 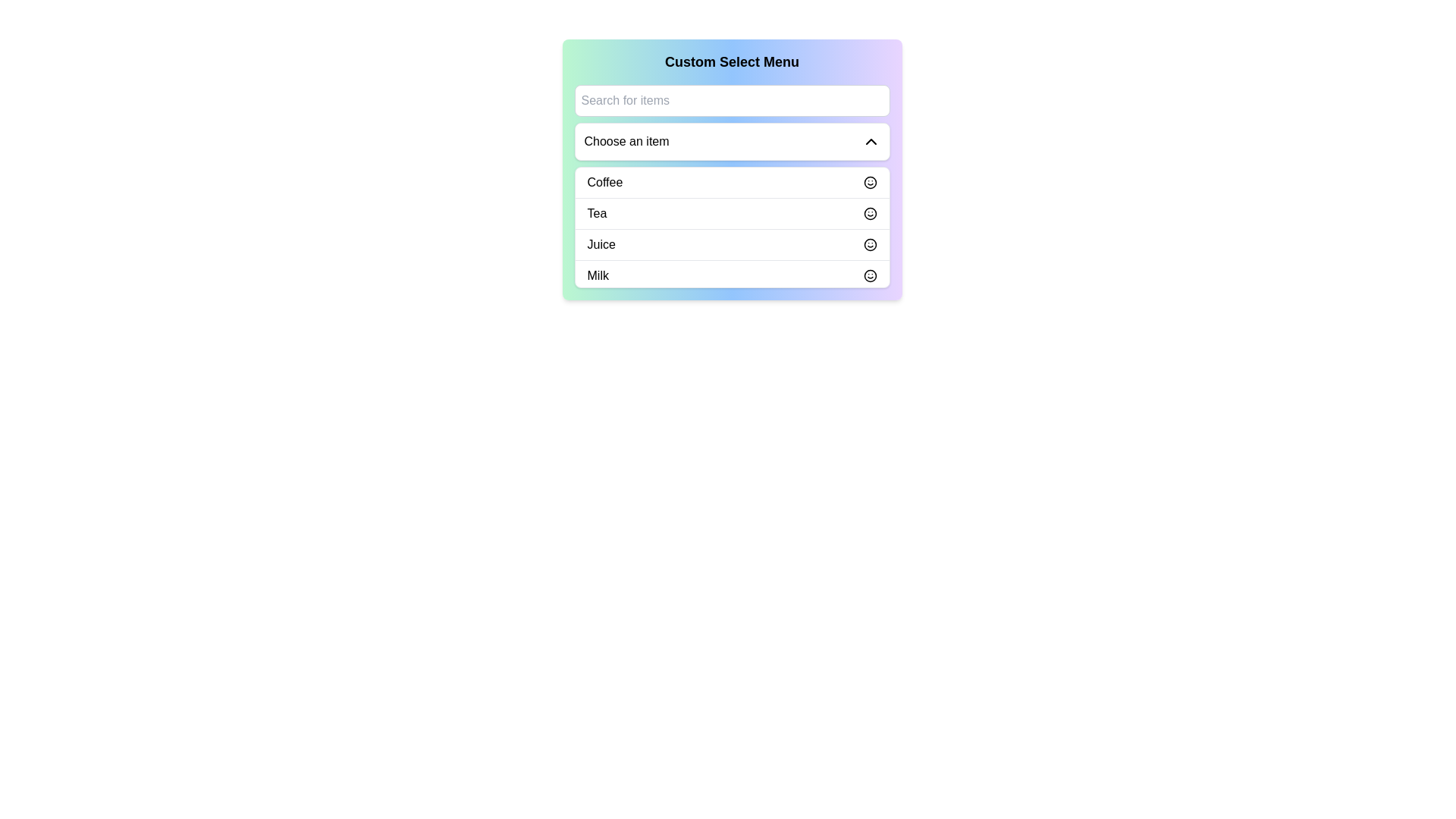 I want to click on the list item labeled 'Milk', which is the last item in a vertical list of menu options, so click(x=732, y=275).